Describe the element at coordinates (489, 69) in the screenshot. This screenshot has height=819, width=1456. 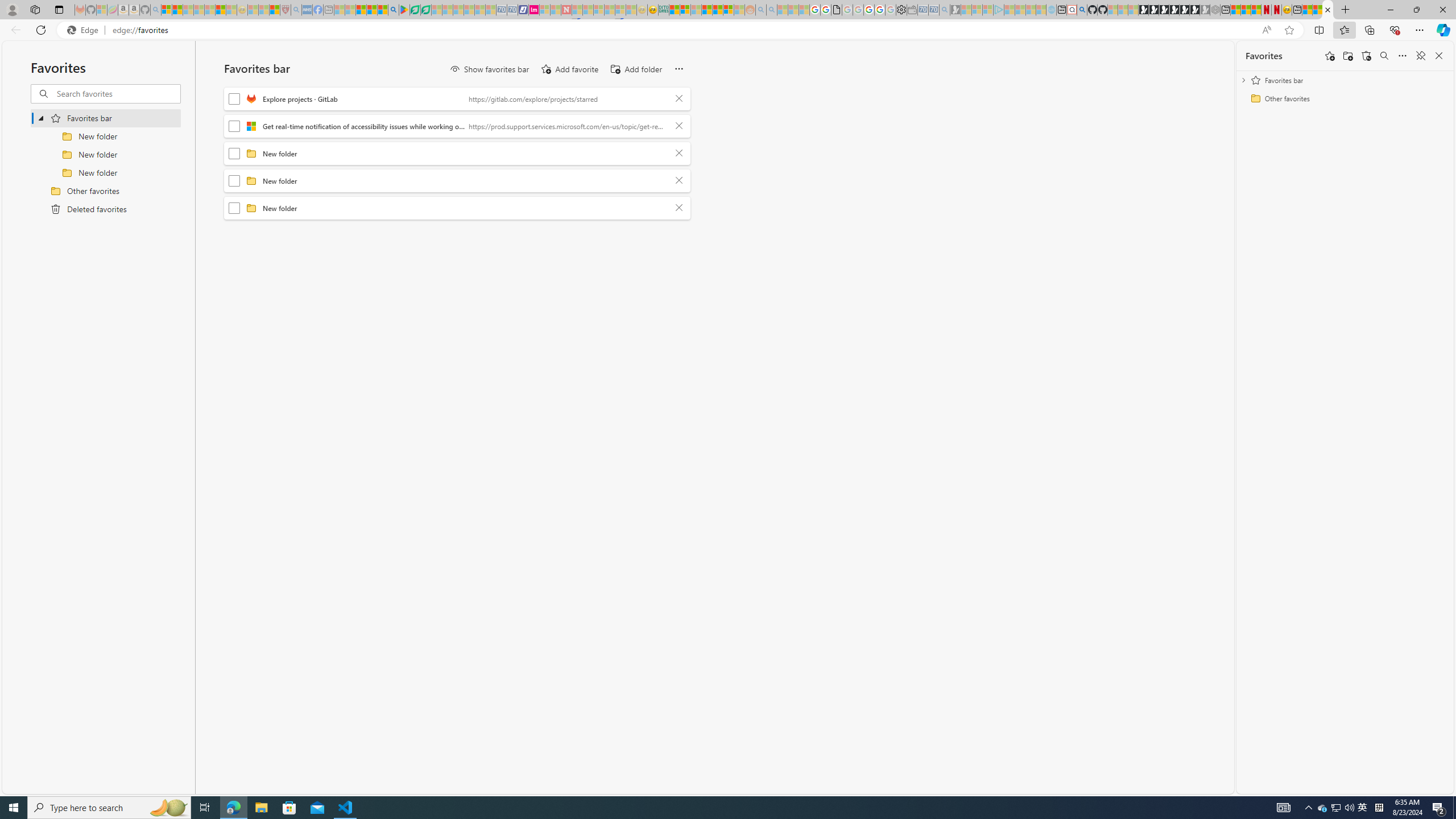
I see `'Show favorites bar'` at that location.